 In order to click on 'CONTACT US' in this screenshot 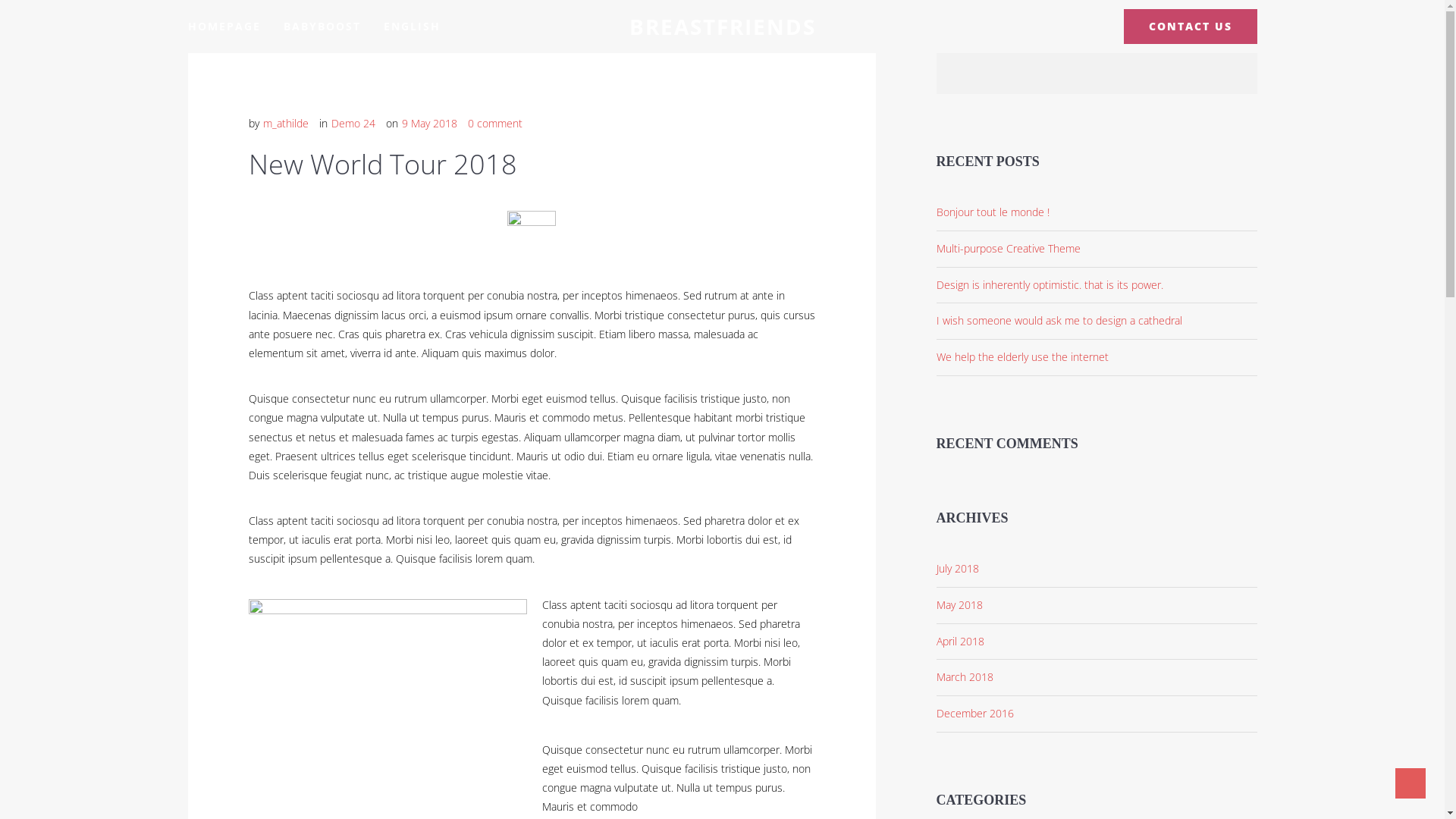, I will do `click(1189, 26)`.